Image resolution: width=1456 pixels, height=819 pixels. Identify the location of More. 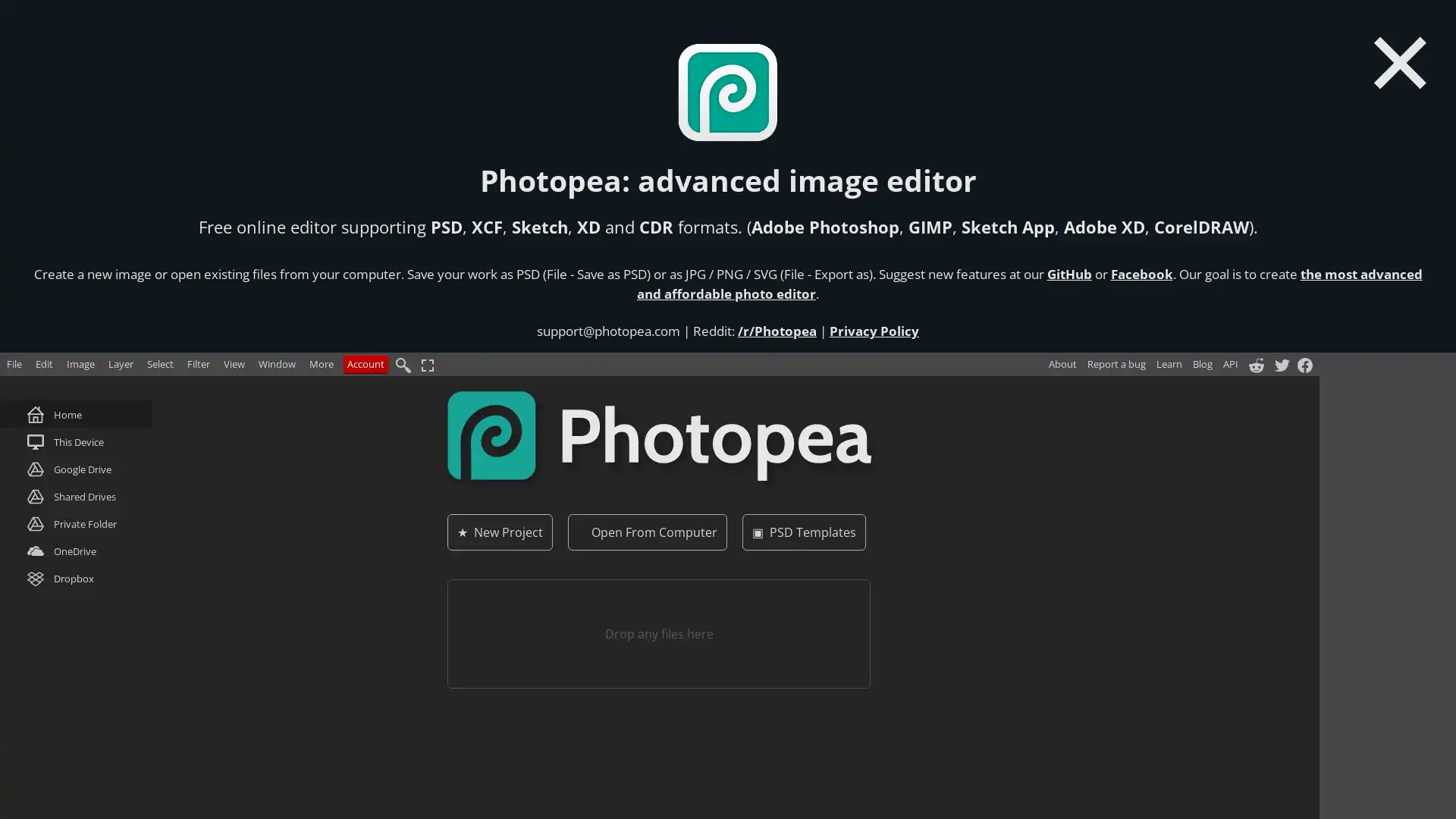
(320, 11).